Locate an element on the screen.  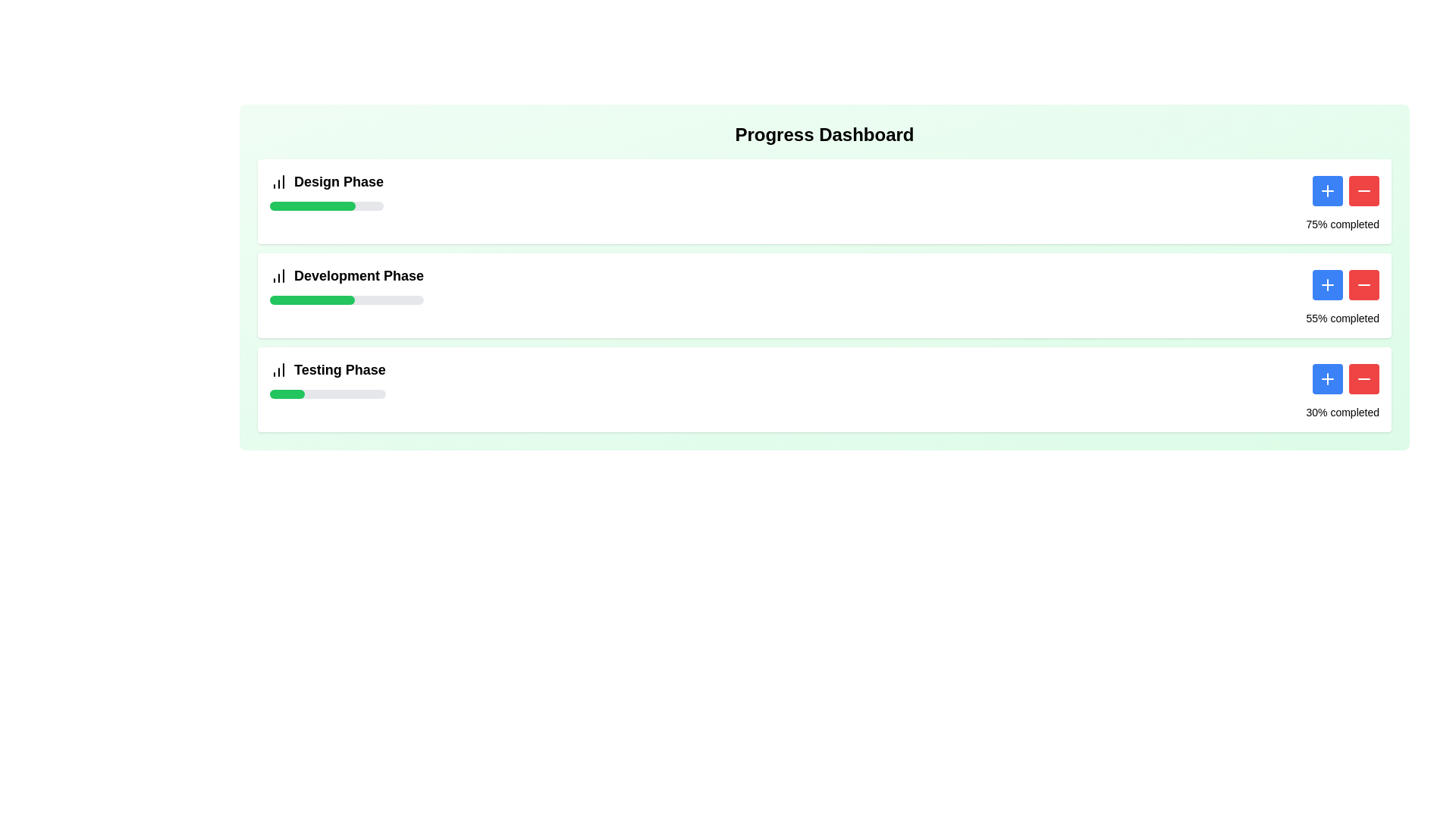
the '+' button in the Button Group located in the top-right part of the 'Design Phase' section to increase a value is located at coordinates (1346, 190).